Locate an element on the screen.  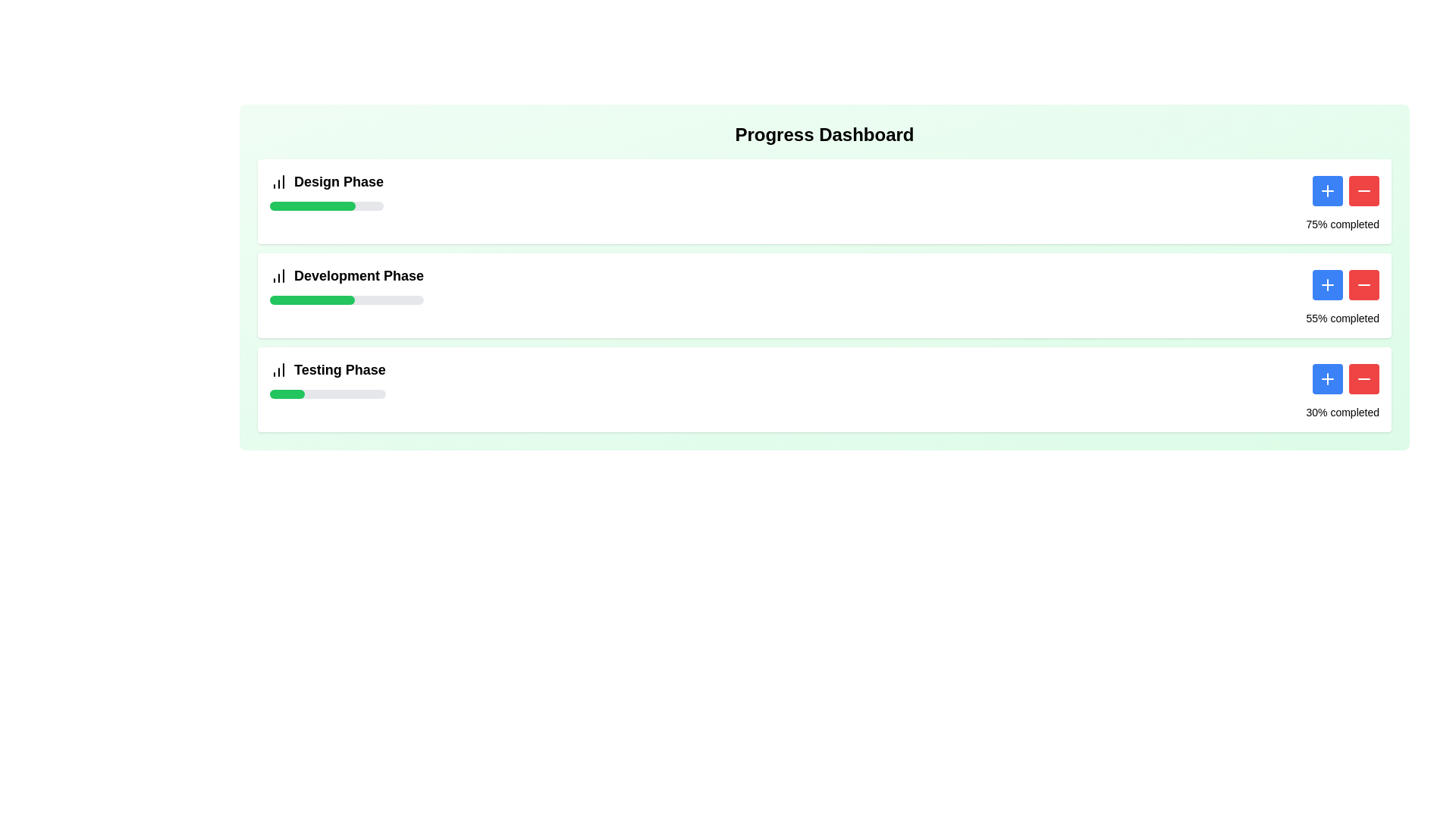
the '+' button in the Button Group located in the top-right part of the 'Design Phase' section to increase a value is located at coordinates (1346, 190).